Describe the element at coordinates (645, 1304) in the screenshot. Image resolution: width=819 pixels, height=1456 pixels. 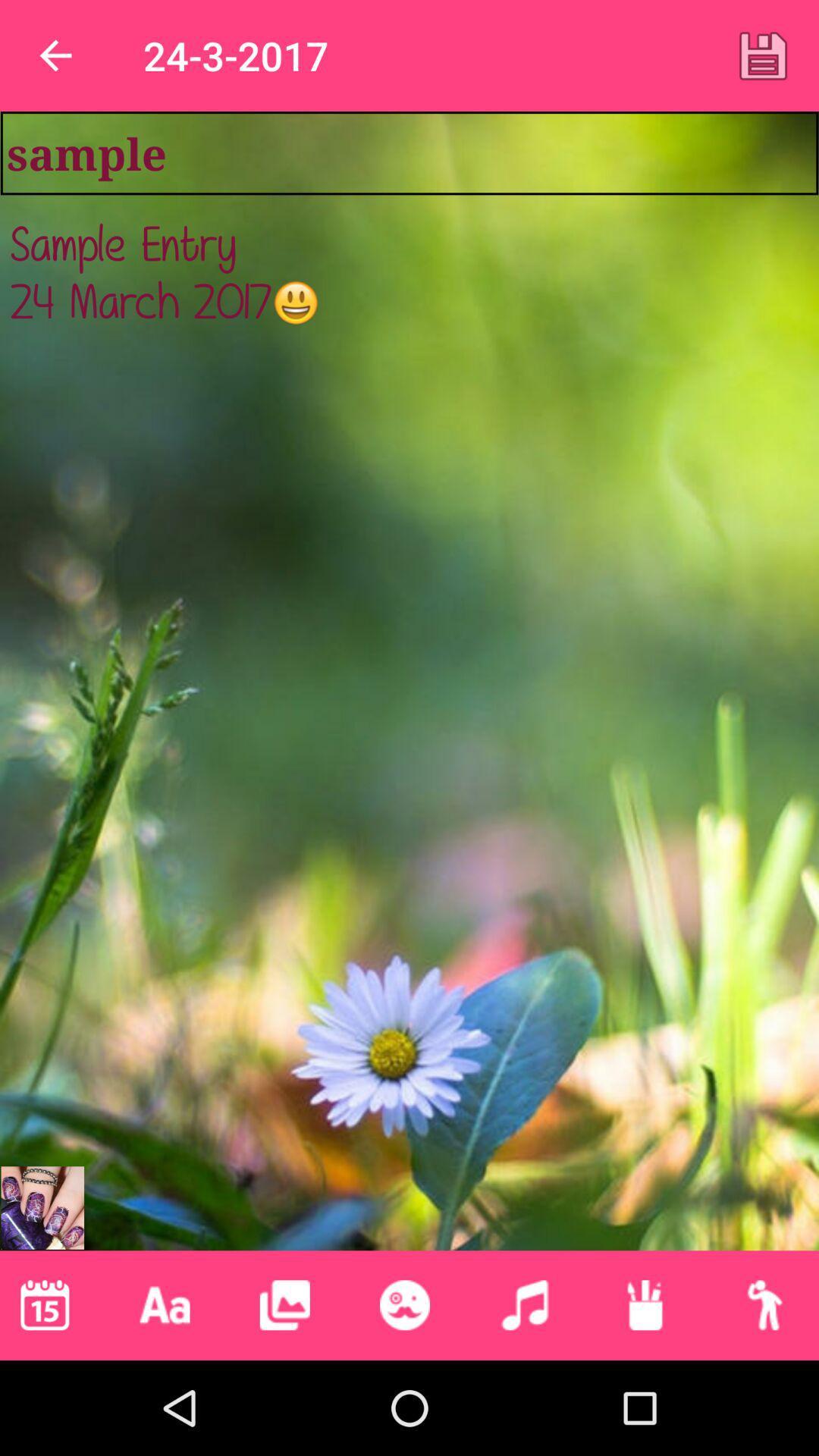
I see `the item below sample entry 24` at that location.